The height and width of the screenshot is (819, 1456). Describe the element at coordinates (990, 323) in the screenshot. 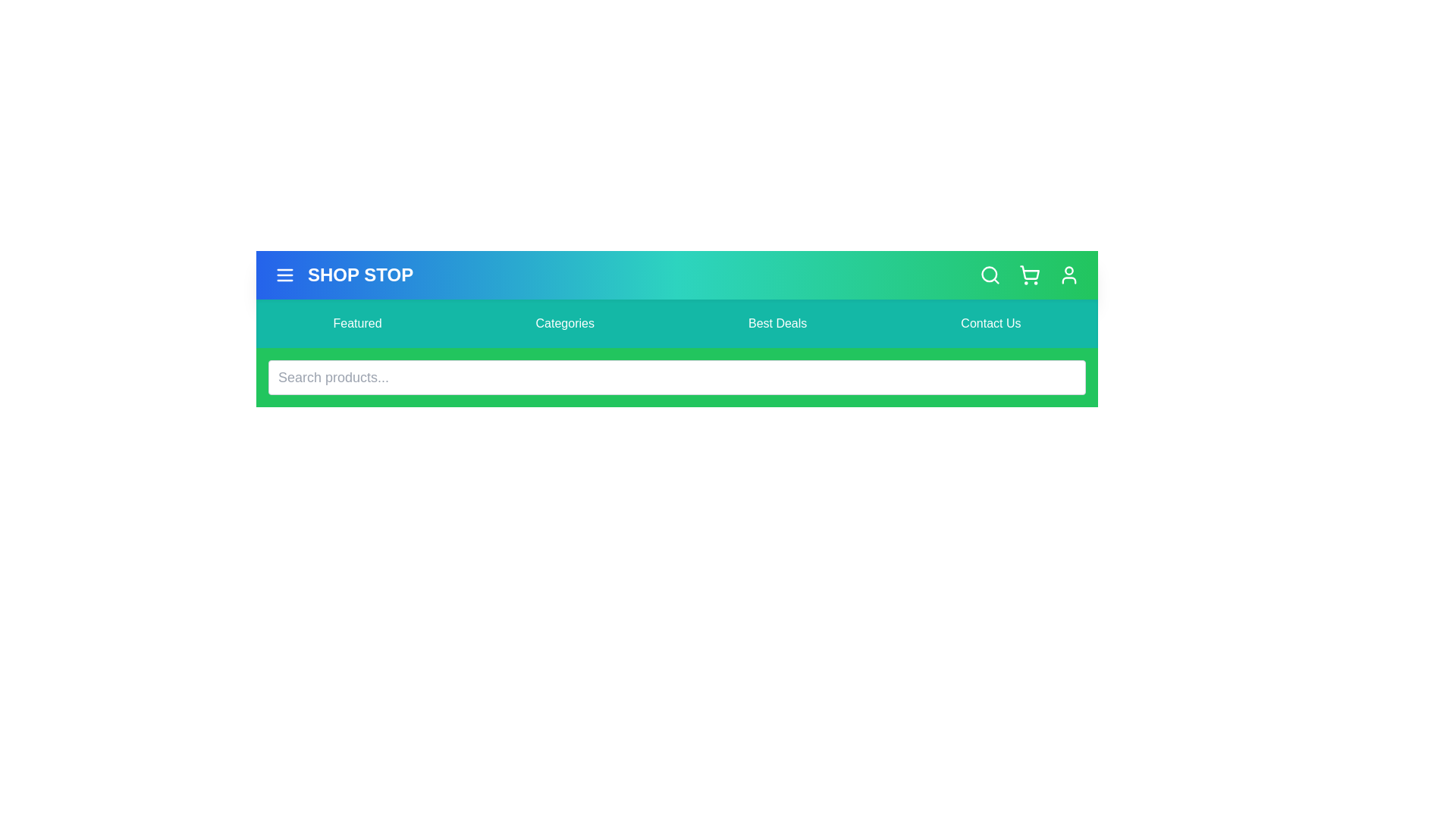

I see `the menu item labeled Contact Us in the navigation bar` at that location.